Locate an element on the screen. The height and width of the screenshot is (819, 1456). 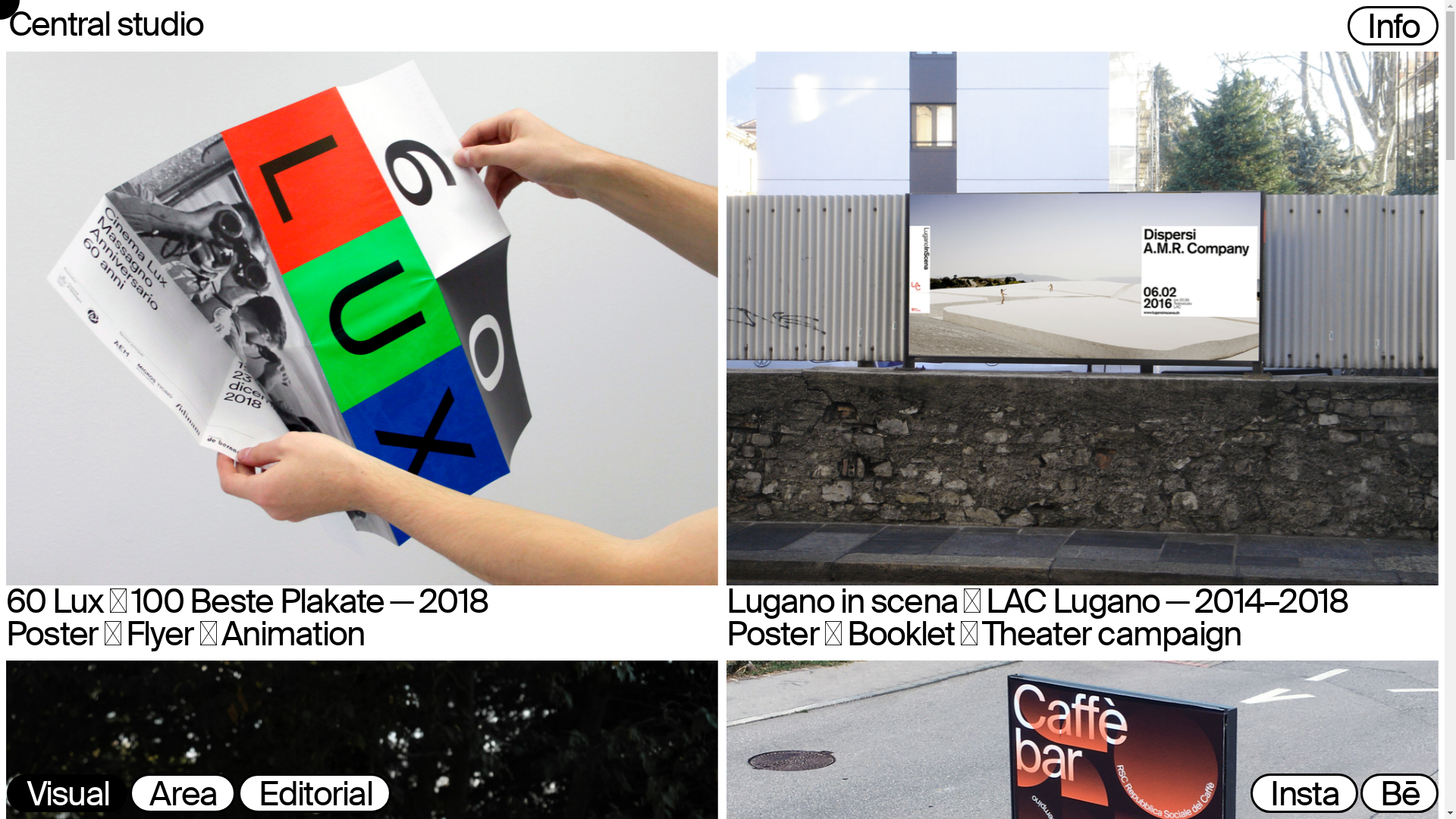
'Info' is located at coordinates (1393, 28).